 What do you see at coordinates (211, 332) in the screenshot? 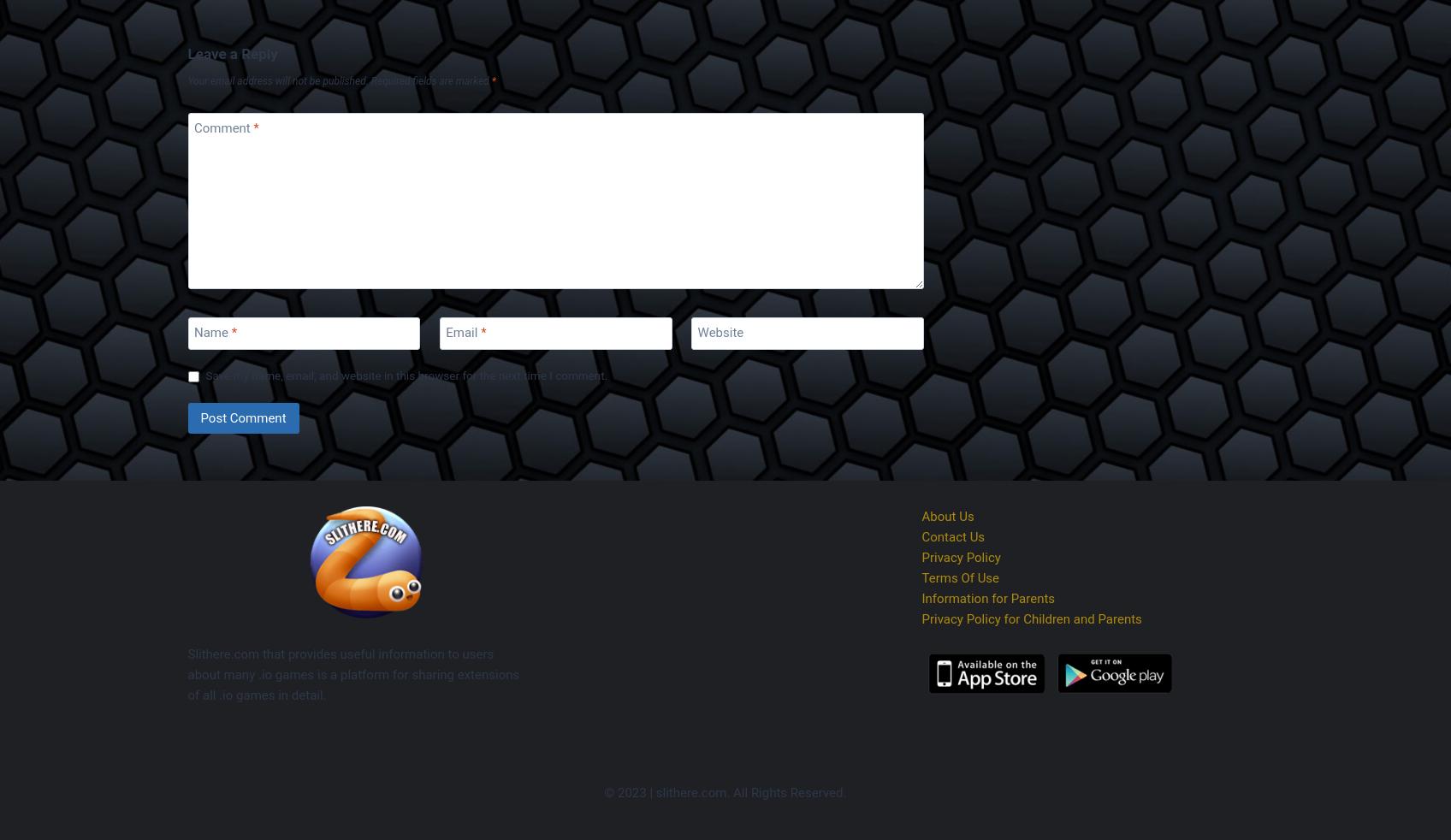
I see `'Name'` at bounding box center [211, 332].